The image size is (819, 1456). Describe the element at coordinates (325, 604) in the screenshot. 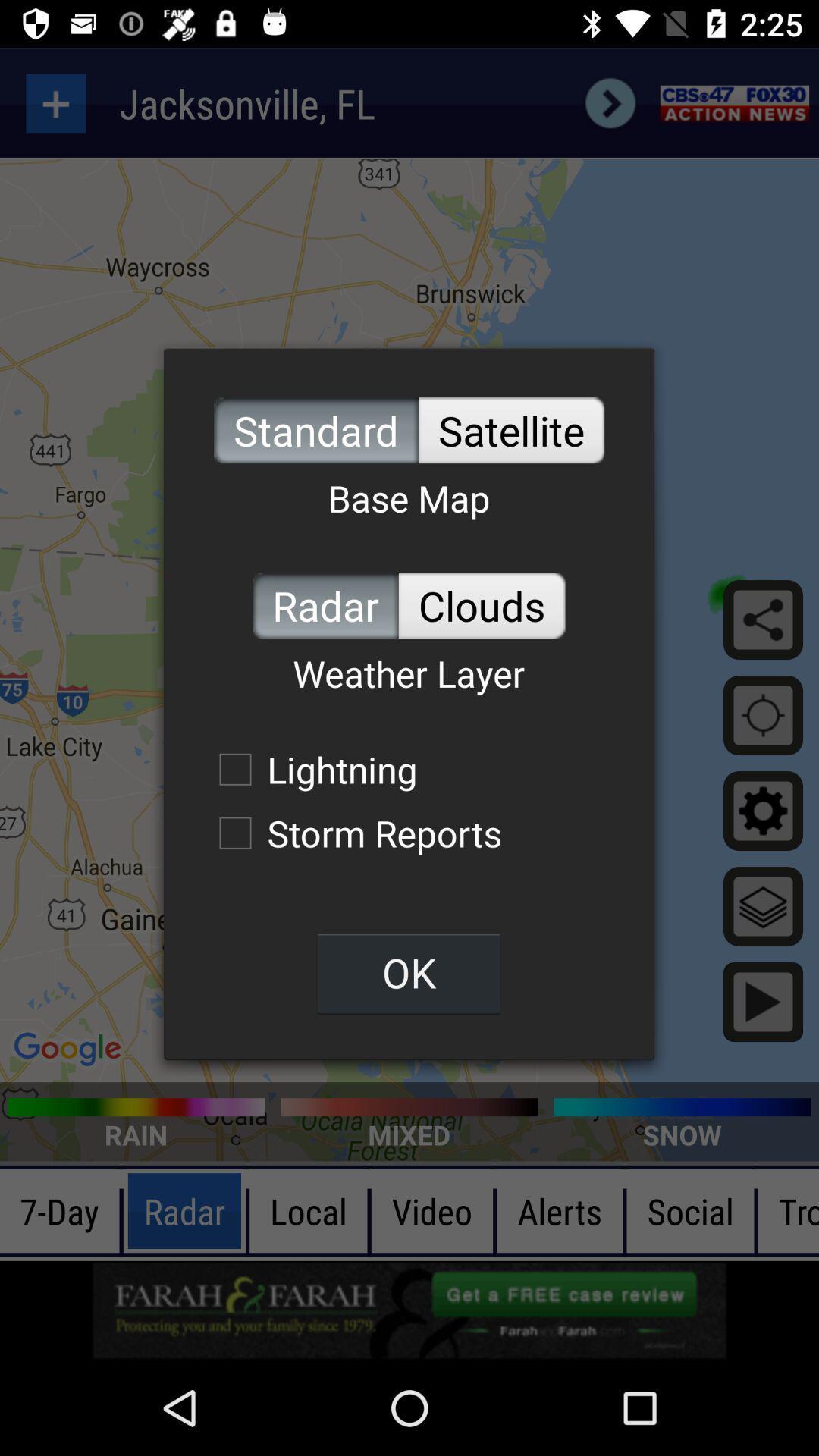

I see `radar` at that location.